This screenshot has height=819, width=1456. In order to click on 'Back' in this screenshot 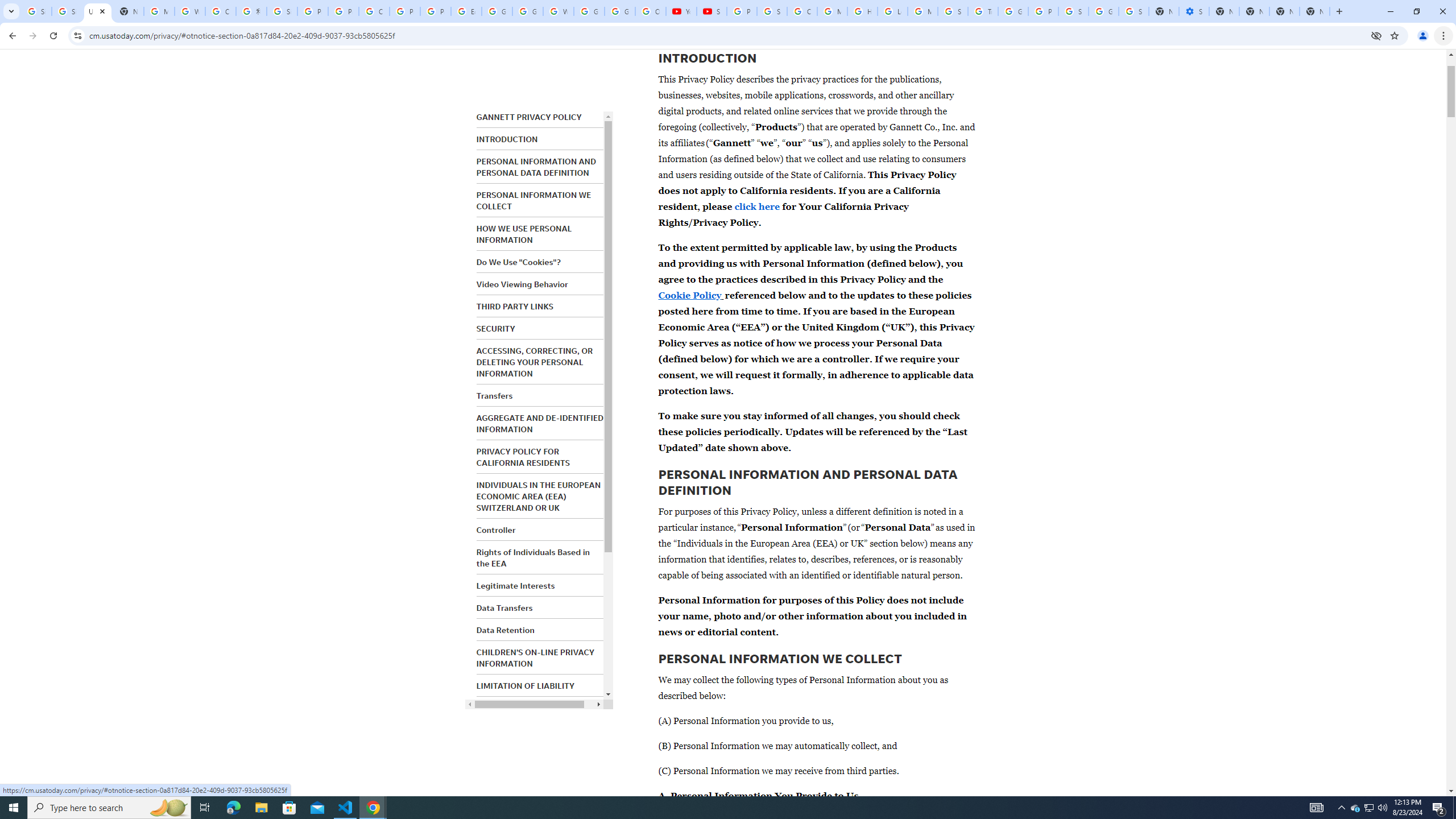, I will do `click(11, 35)`.